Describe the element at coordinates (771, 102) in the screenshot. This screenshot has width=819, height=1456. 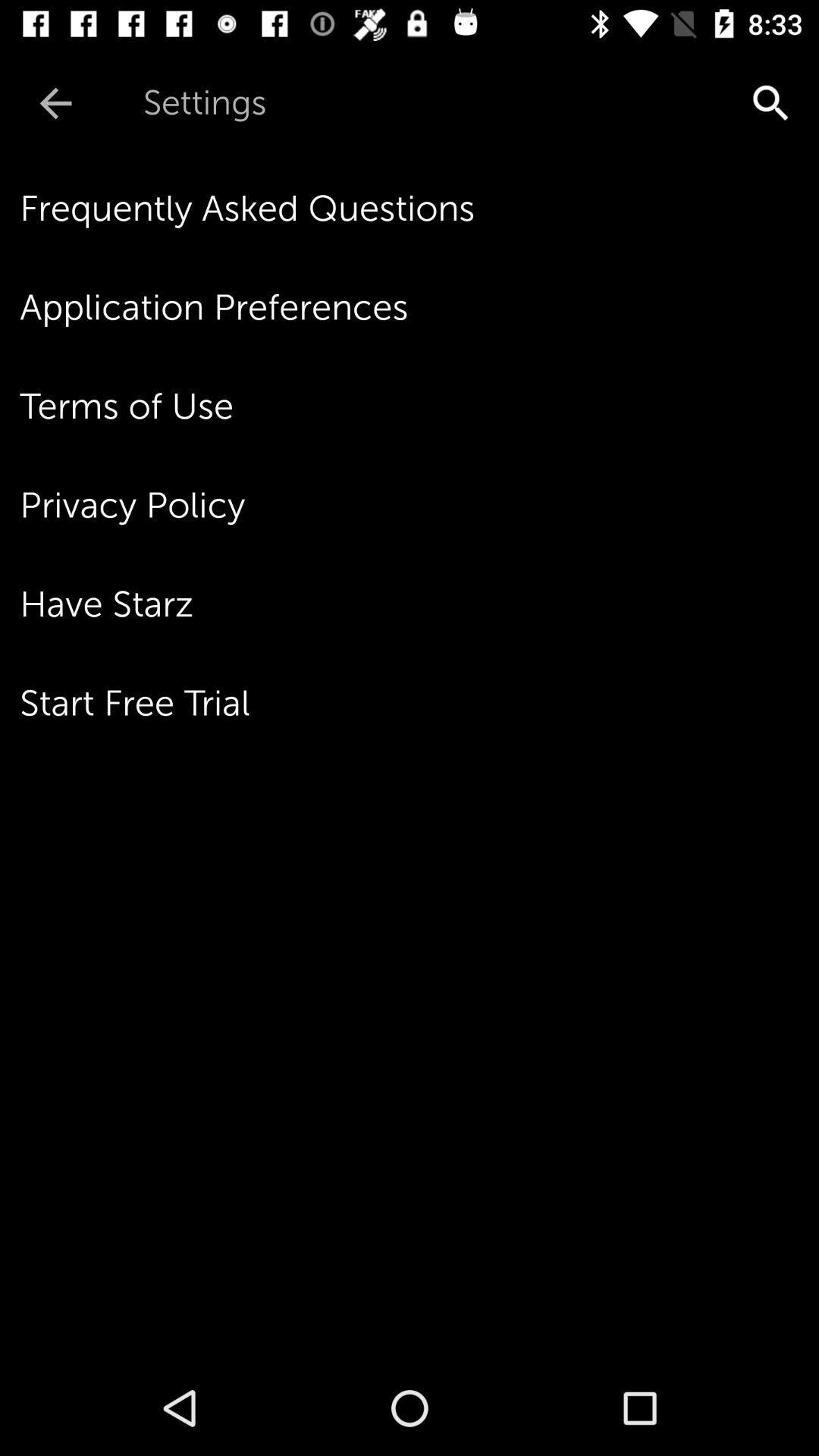
I see `the item above frequently asked questions item` at that location.